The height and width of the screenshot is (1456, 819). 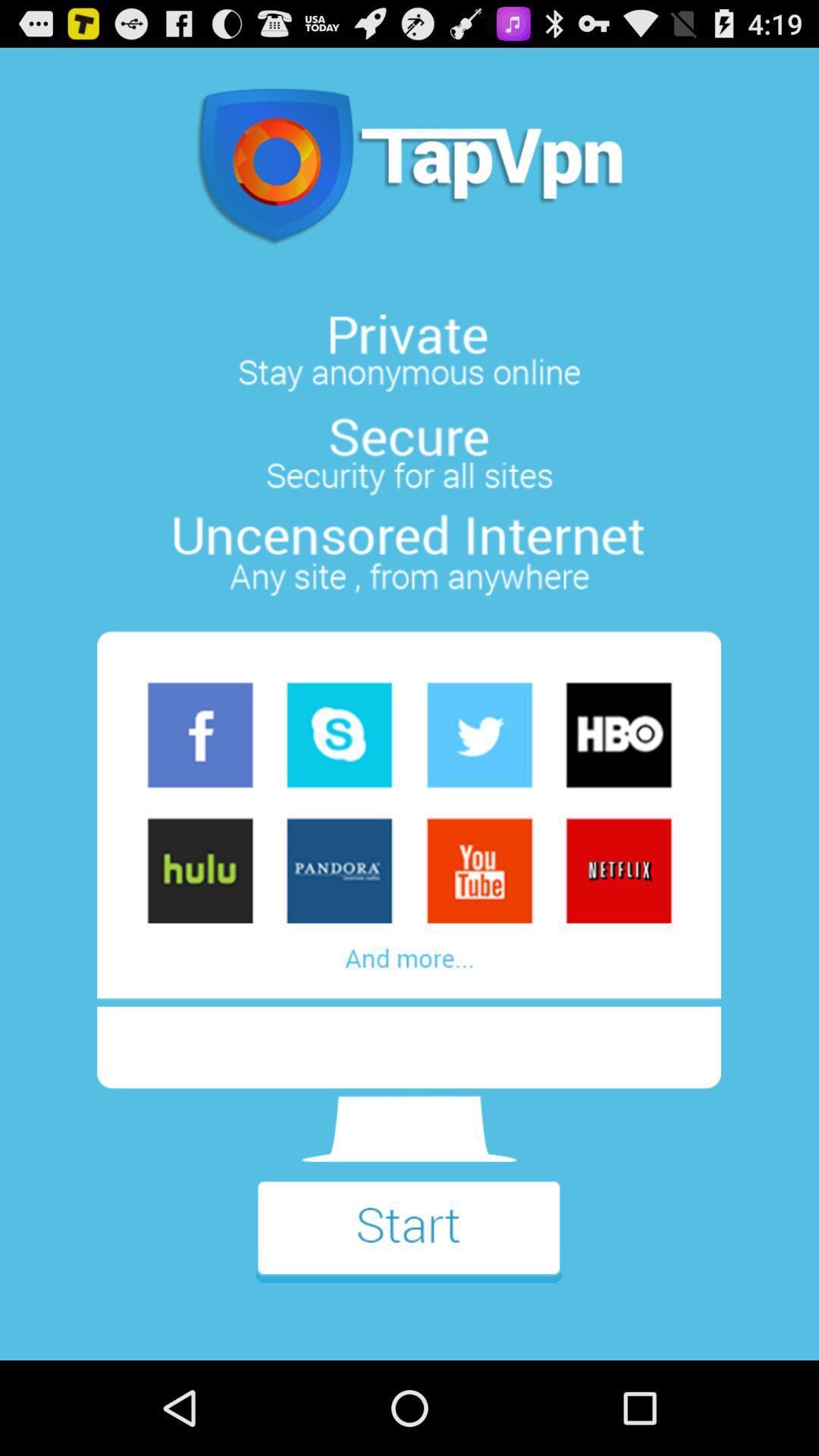 What do you see at coordinates (408, 1241) in the screenshot?
I see `start button` at bounding box center [408, 1241].